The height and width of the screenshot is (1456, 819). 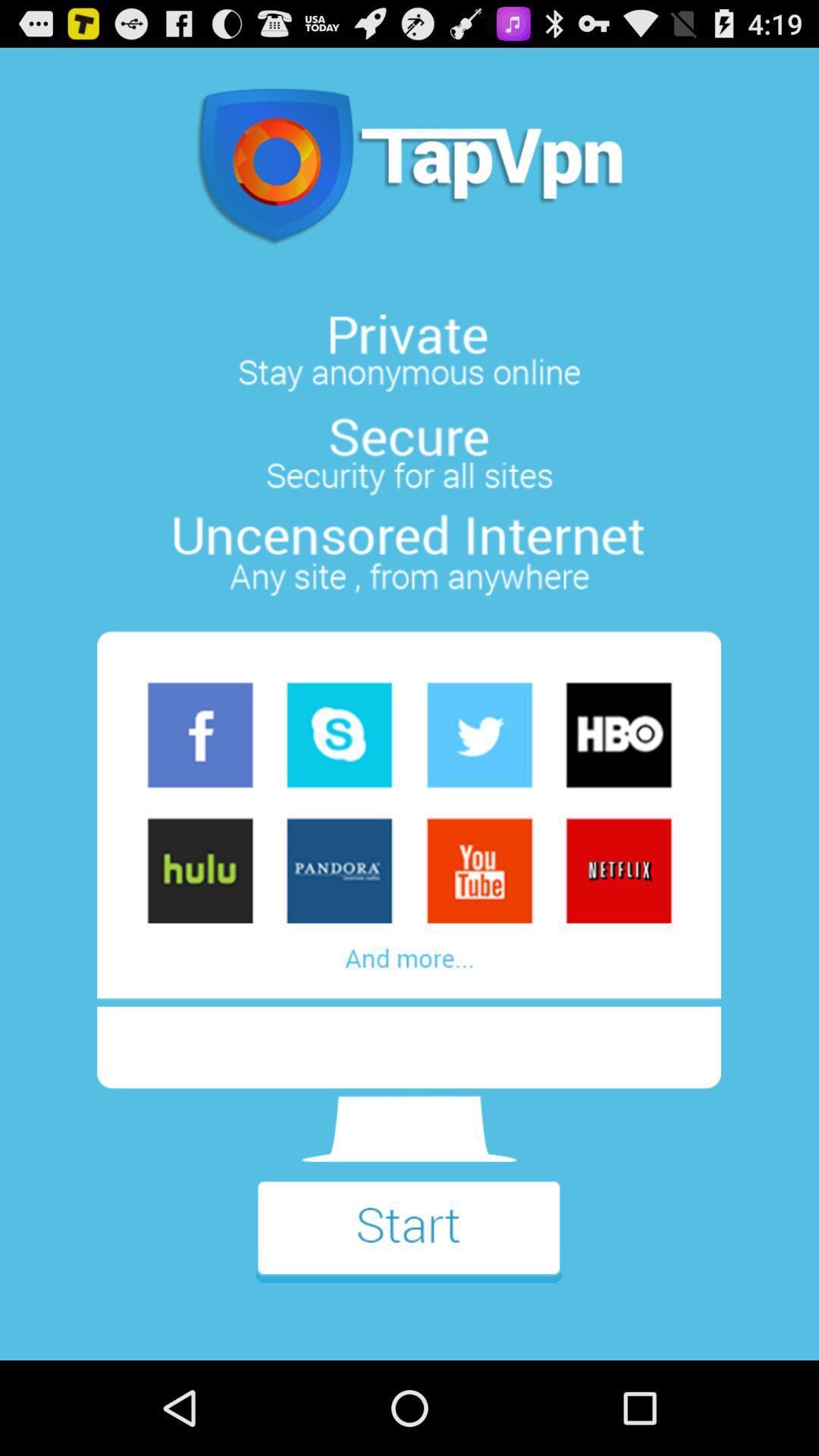 What do you see at coordinates (408, 1241) in the screenshot?
I see `start button` at bounding box center [408, 1241].